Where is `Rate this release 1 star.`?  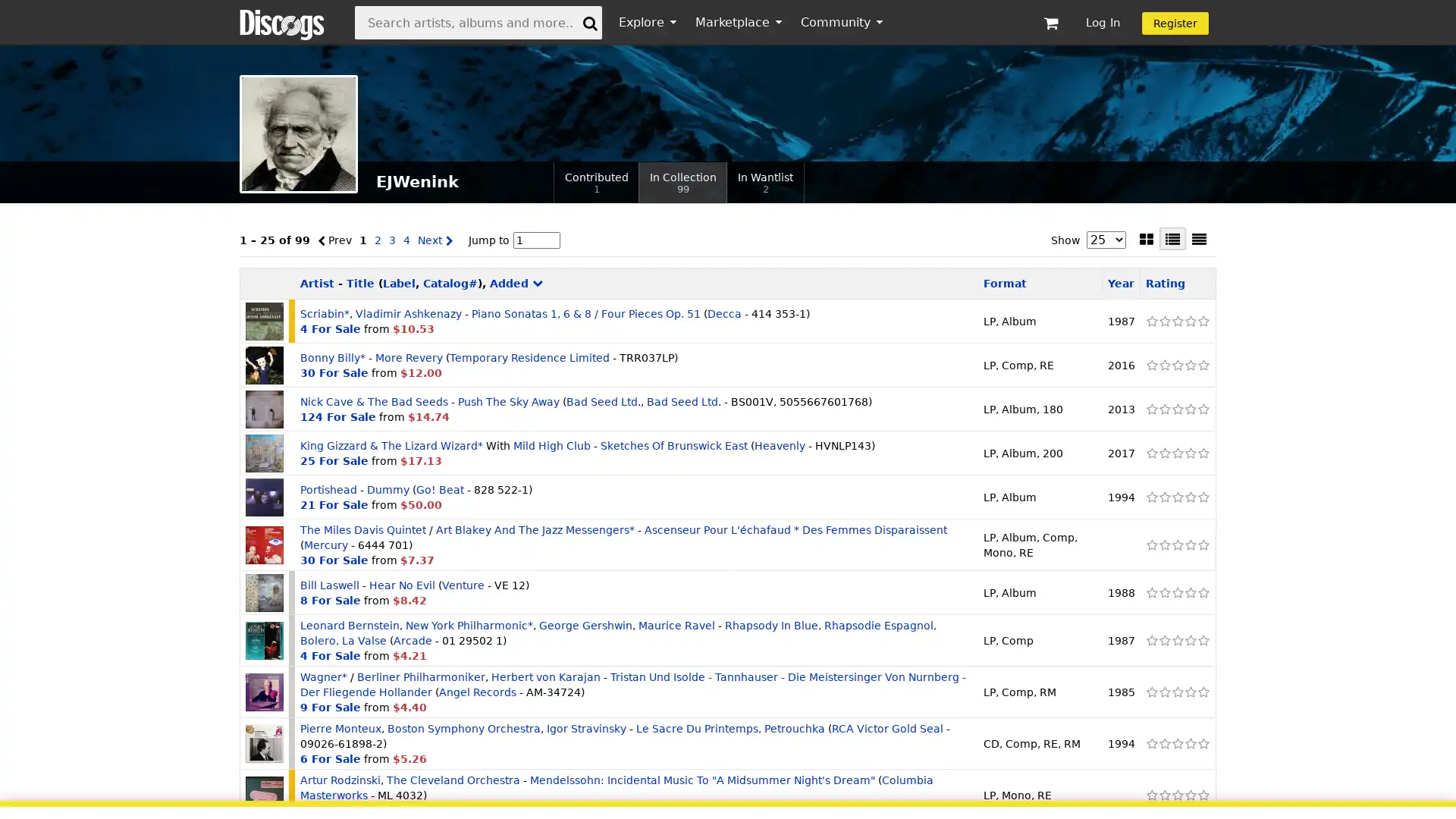
Rate this release 1 star. is located at coordinates (1151, 497).